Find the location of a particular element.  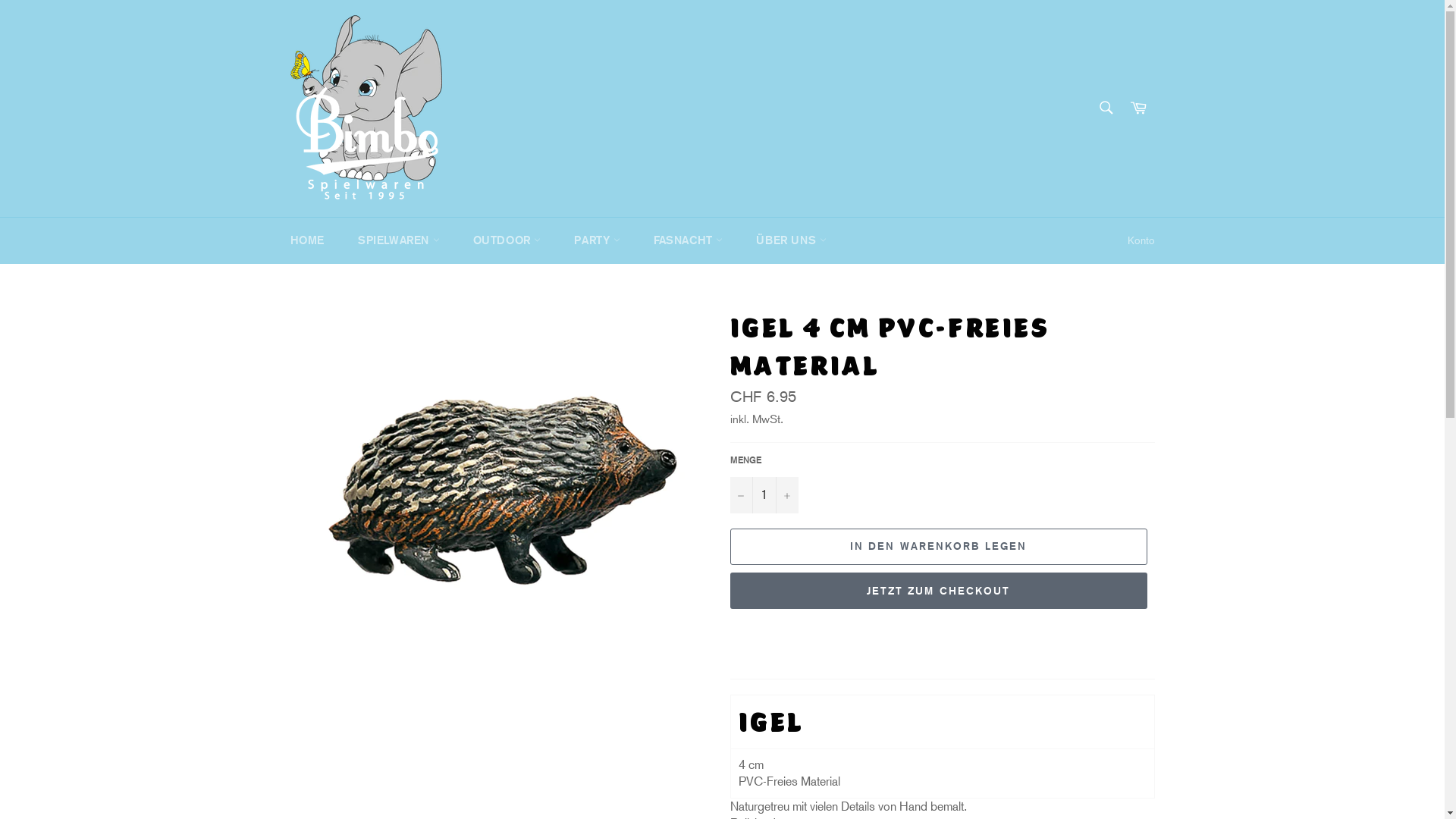

'FASNACHT' is located at coordinates (687, 240).